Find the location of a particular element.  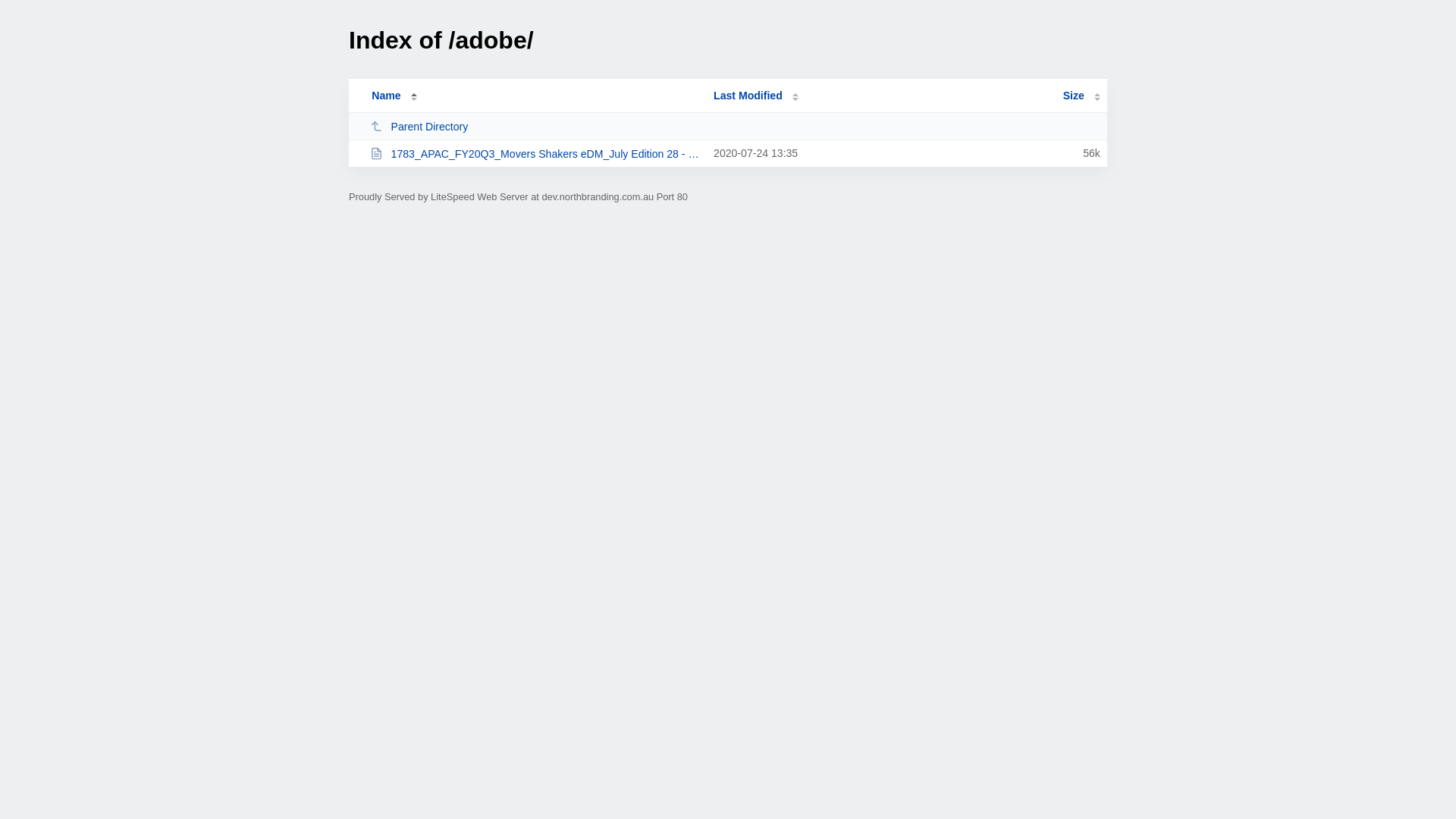

'Parent Directory' is located at coordinates (535, 125).